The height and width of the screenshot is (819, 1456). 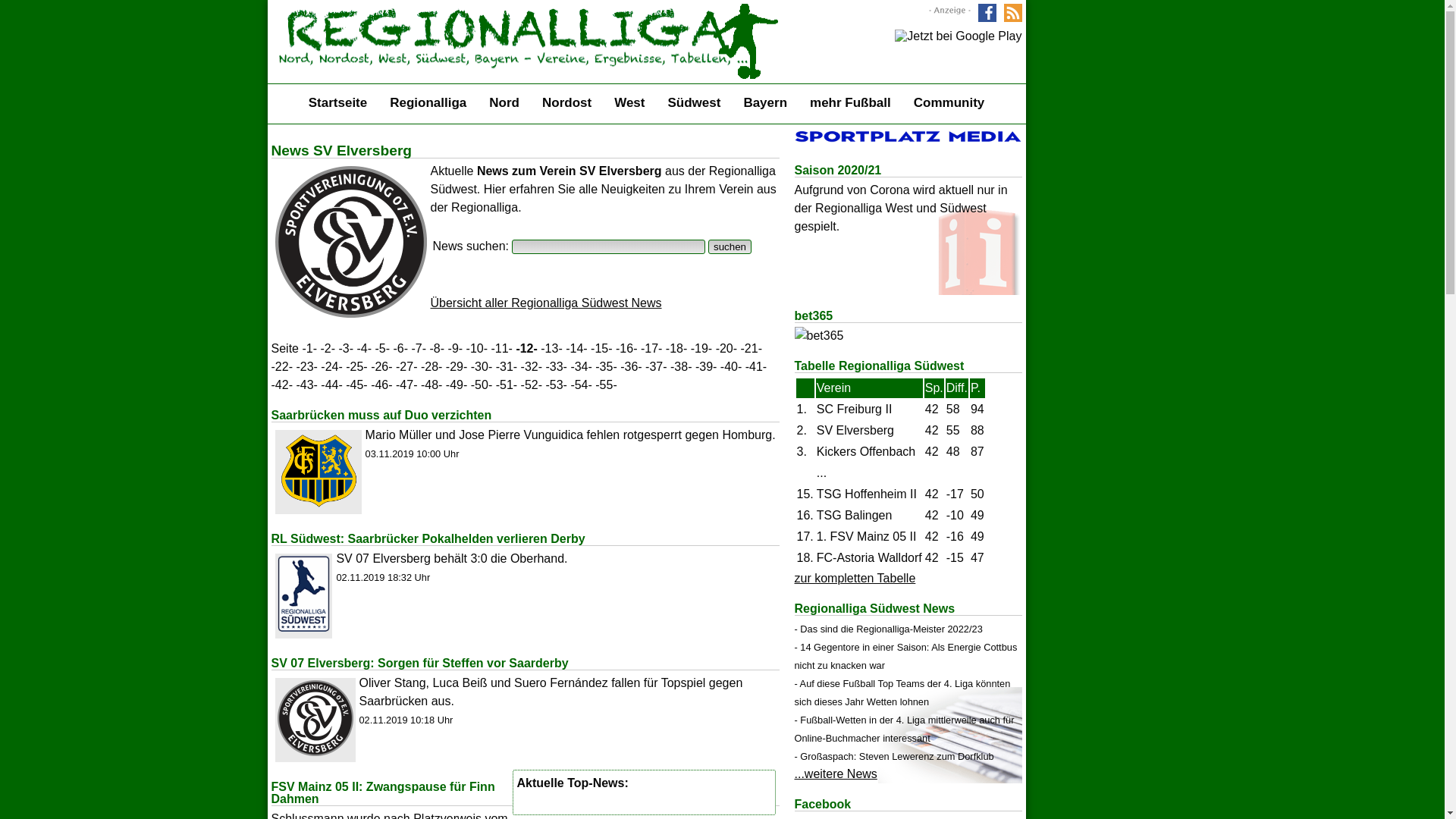 What do you see at coordinates (580, 366) in the screenshot?
I see `'-34-'` at bounding box center [580, 366].